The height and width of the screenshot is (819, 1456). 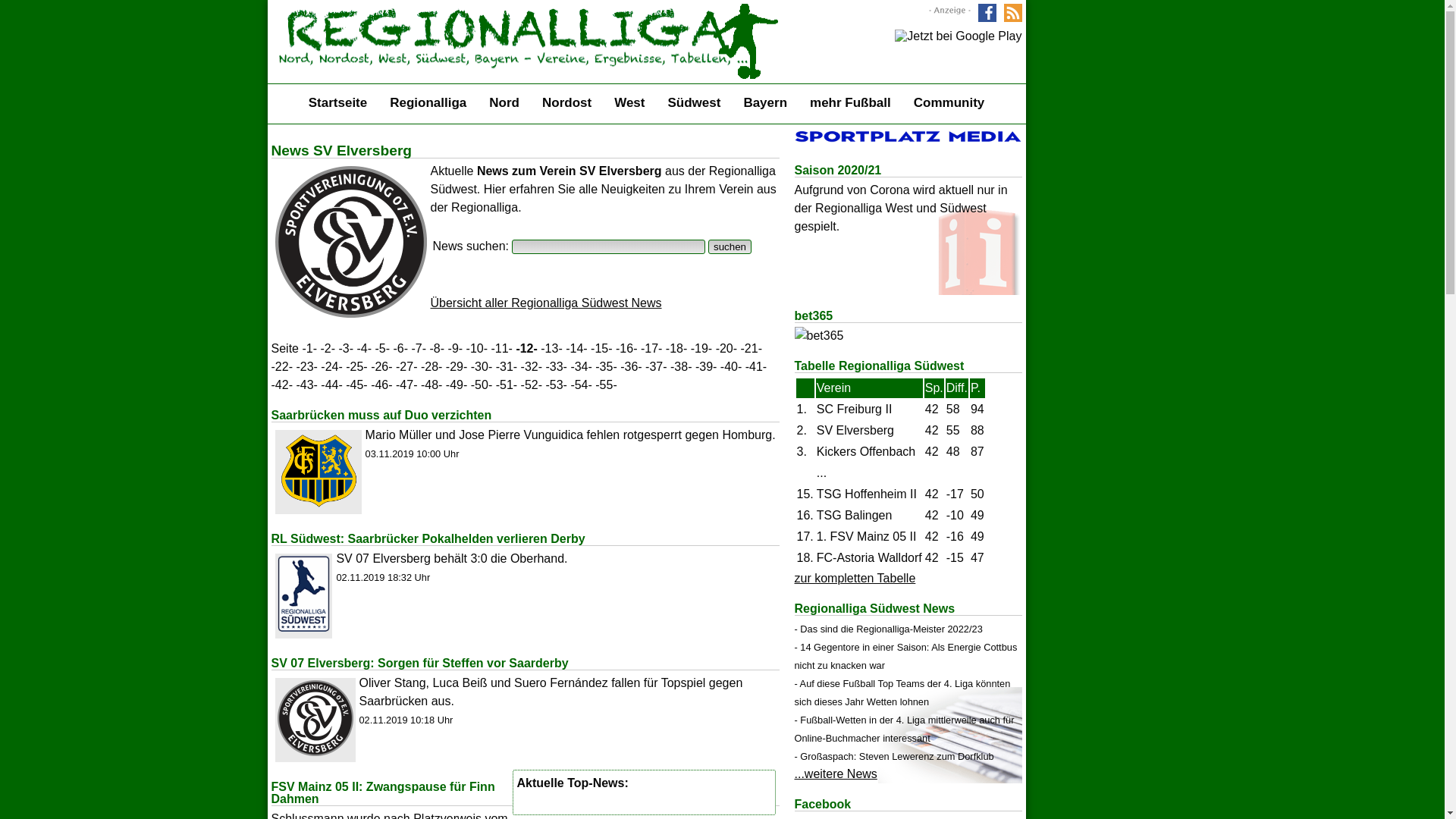 What do you see at coordinates (580, 366) in the screenshot?
I see `'-34-'` at bounding box center [580, 366].